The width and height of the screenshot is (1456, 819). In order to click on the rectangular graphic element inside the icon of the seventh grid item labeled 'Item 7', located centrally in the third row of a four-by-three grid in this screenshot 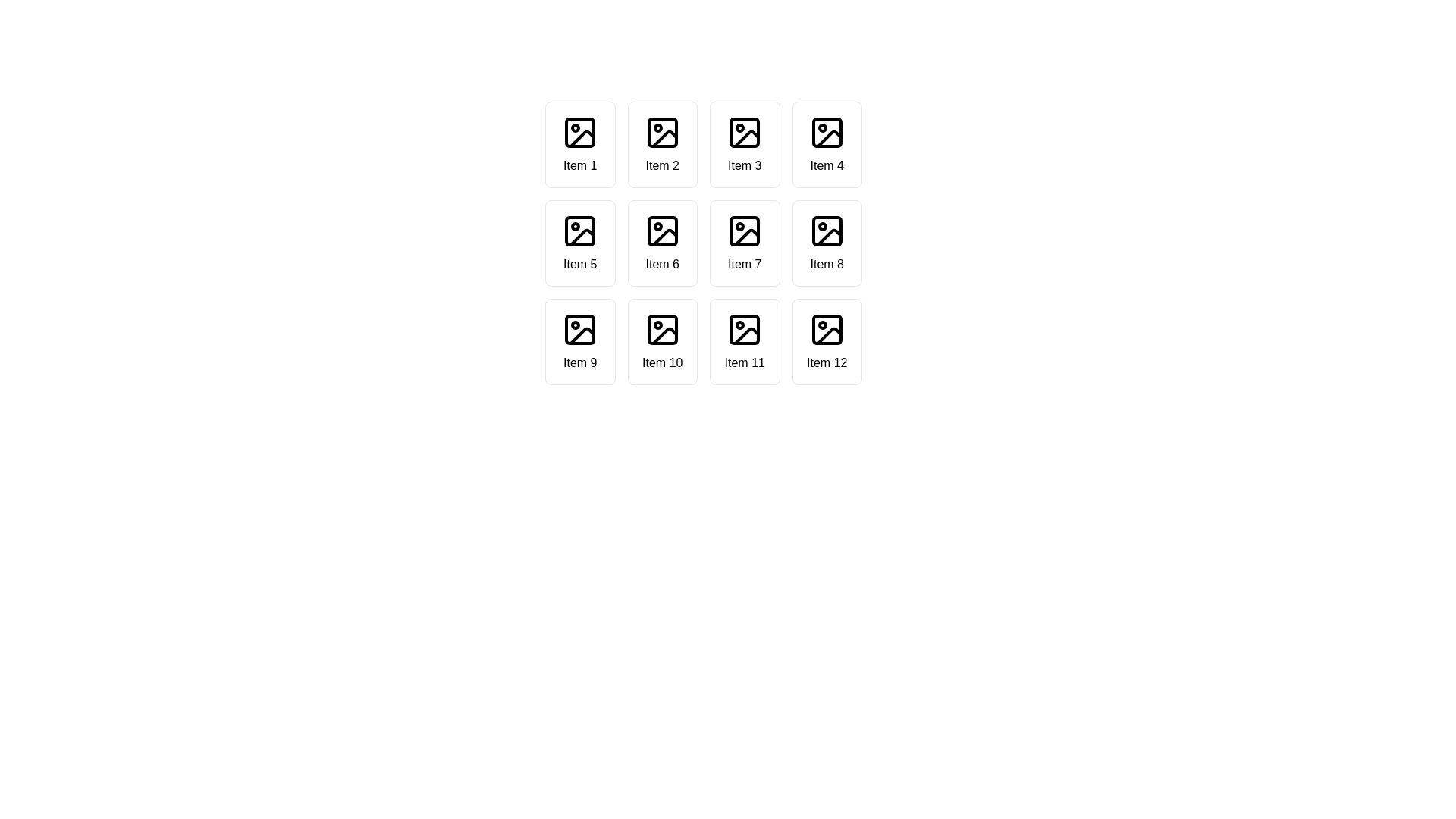, I will do `click(745, 231)`.